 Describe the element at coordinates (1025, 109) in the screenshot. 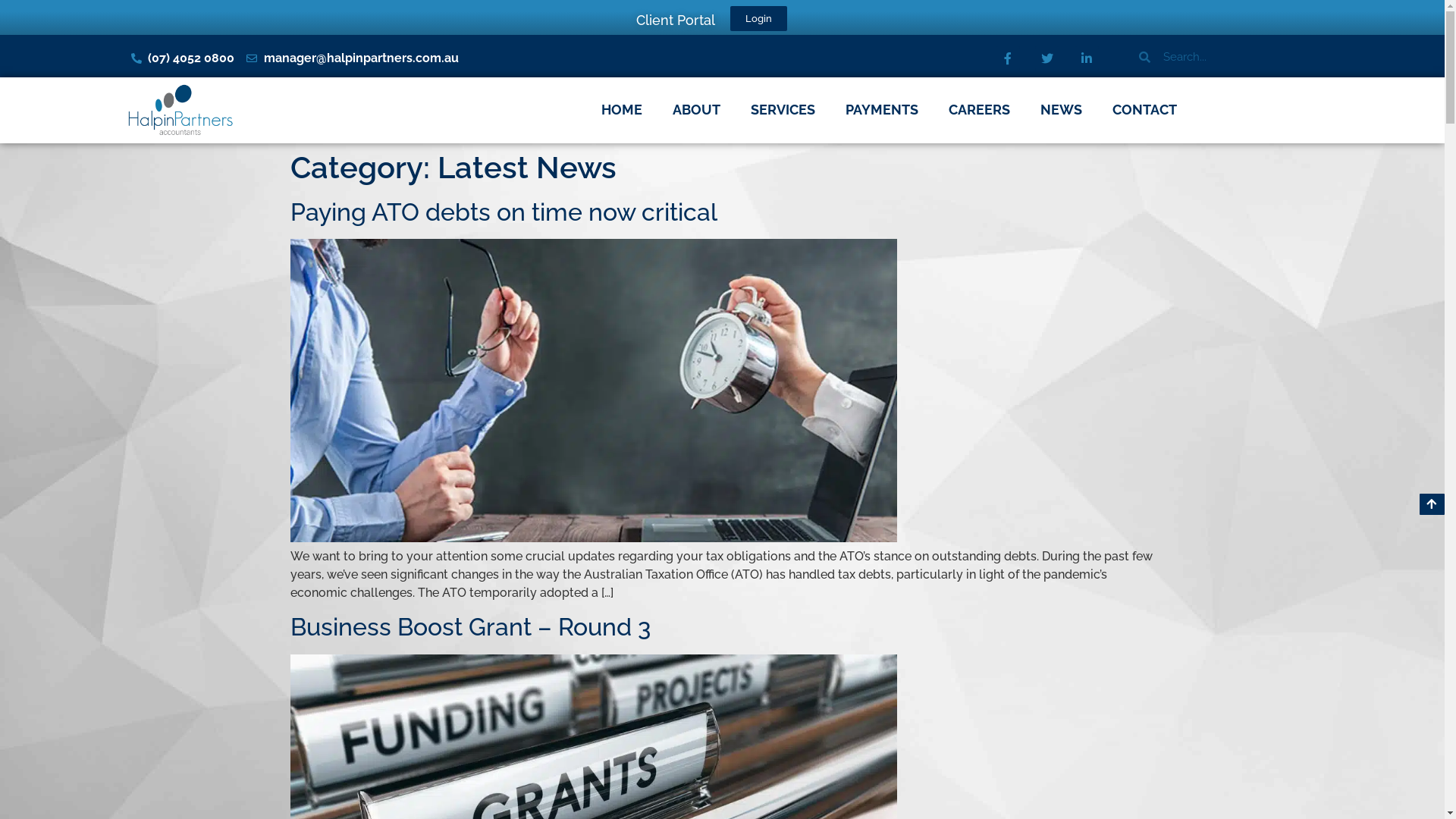

I see `'NEWS'` at that location.